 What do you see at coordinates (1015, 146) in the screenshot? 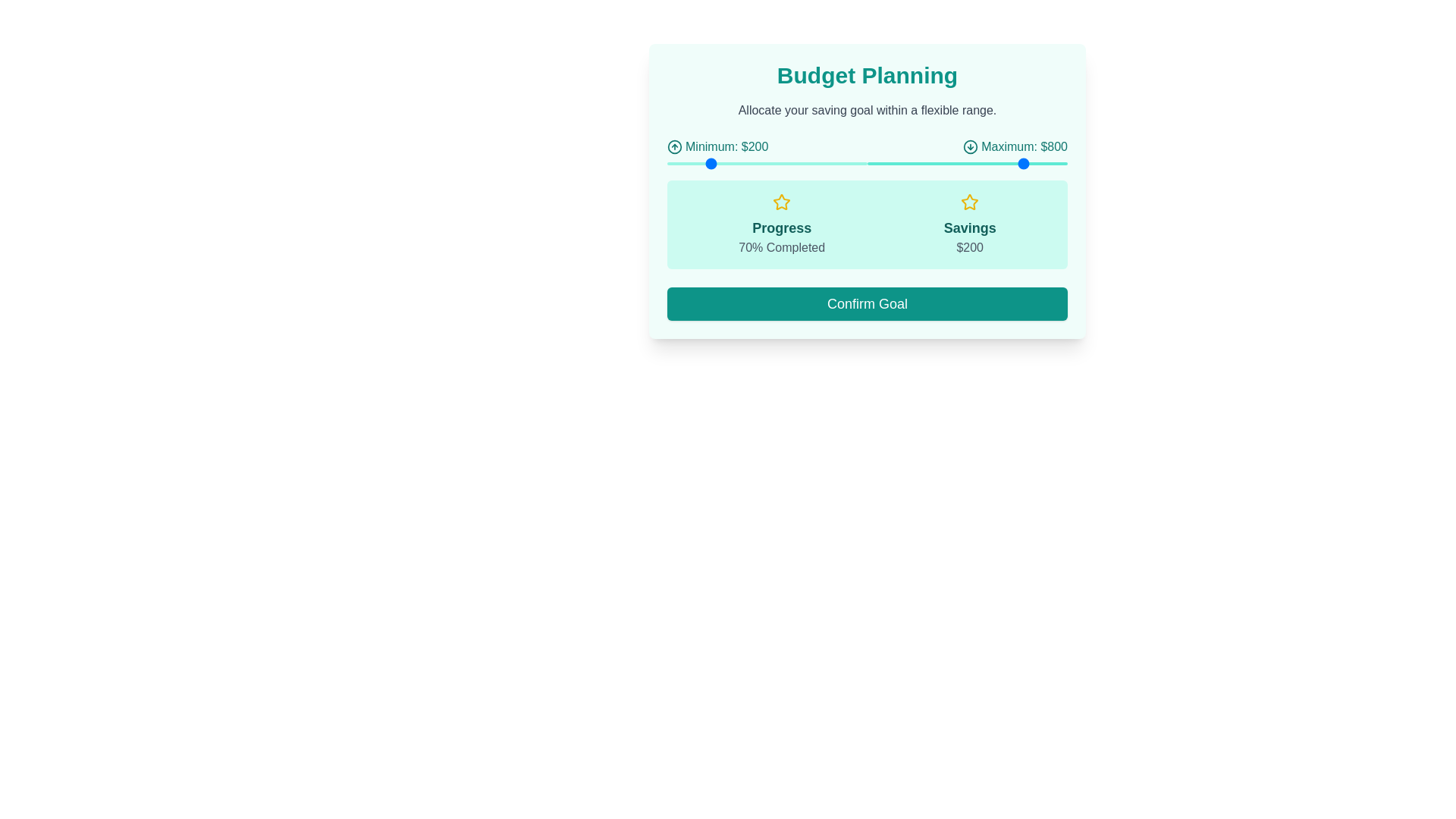
I see `the label indicating the maximum boundary of a range, positioned to the right of the 'Minimum: $200' label in the top-right corner of the card interface` at bounding box center [1015, 146].